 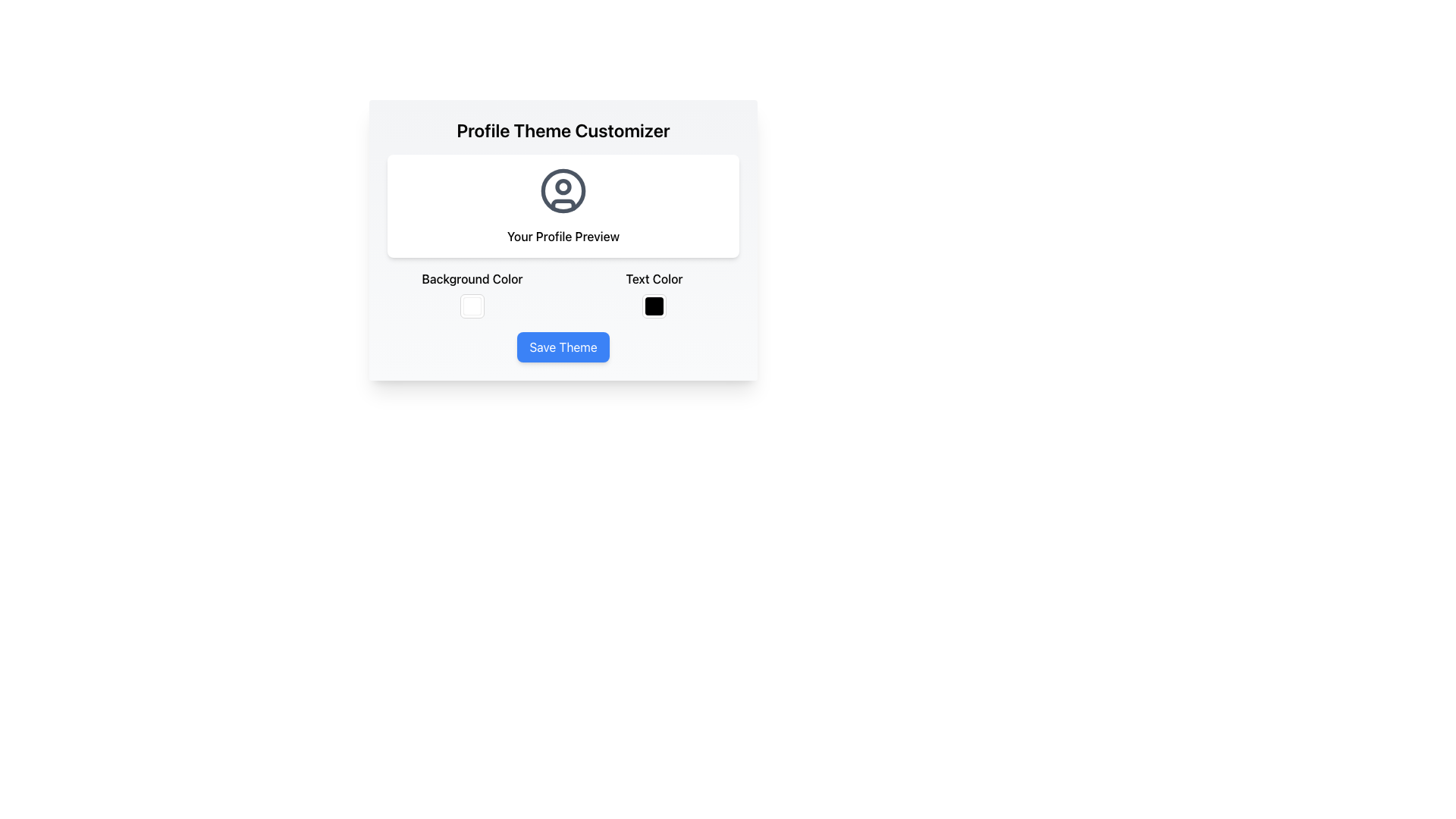 I want to click on the color-picker trigger button located in the 'Background Color' section of the 'Profile Theme Customizer' panel, so click(x=472, y=306).